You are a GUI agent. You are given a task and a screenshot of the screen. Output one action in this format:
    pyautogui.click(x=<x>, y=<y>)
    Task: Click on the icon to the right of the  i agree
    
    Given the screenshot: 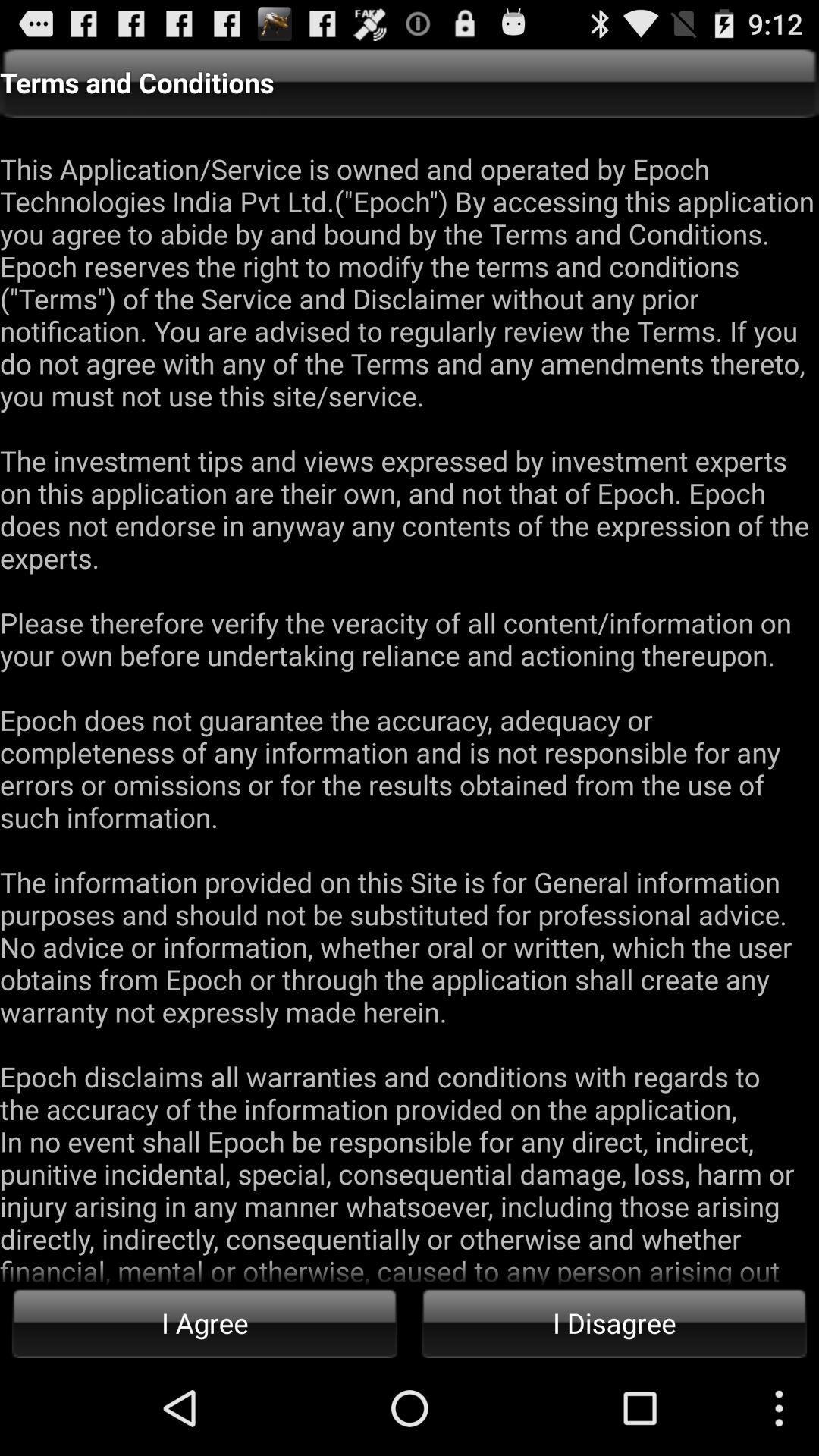 What is the action you would take?
    pyautogui.click(x=614, y=1322)
    